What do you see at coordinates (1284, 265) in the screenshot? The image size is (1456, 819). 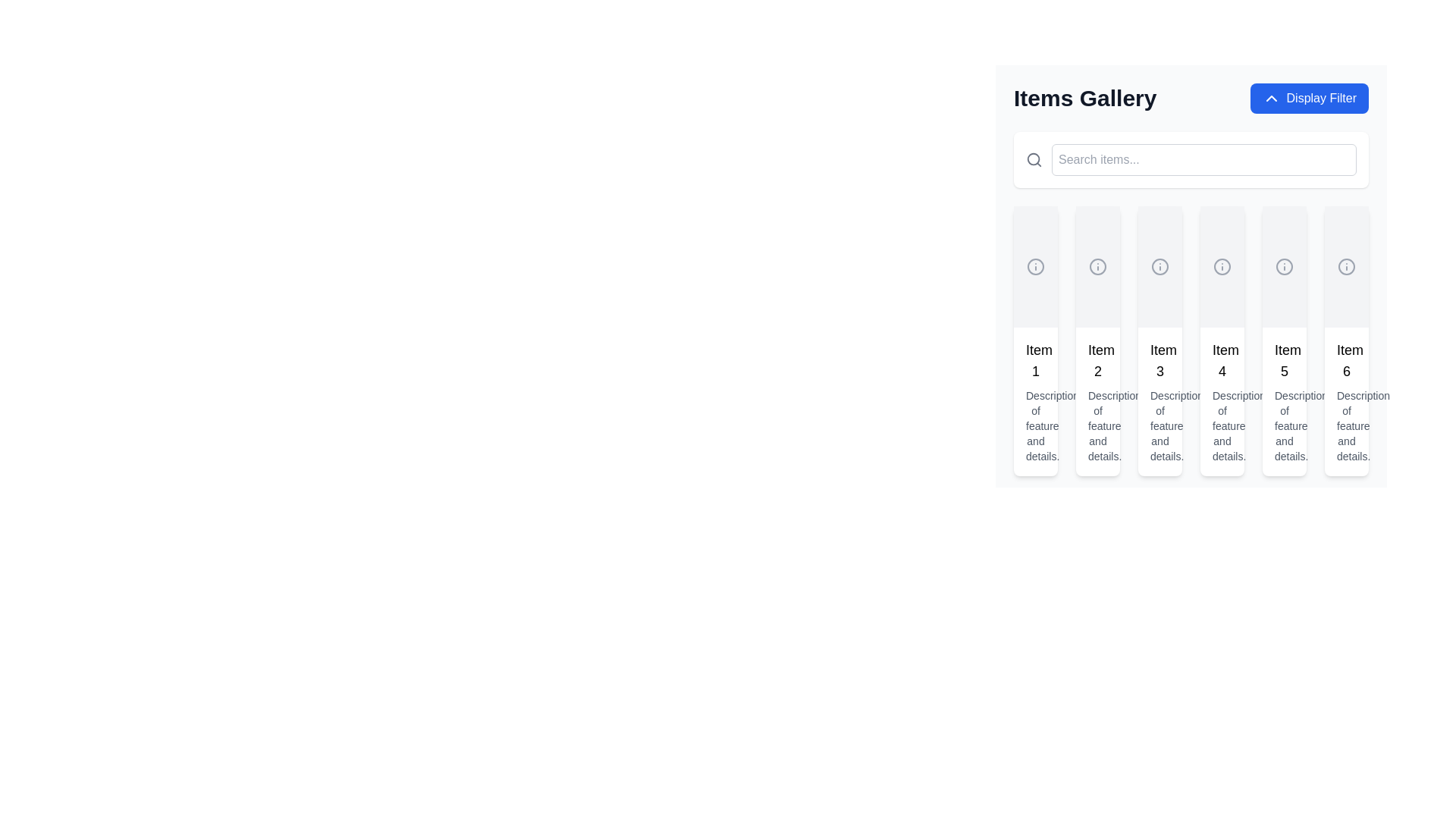 I see `the informational icon located on the top part of the card labeled 'Item 5' in the gallery` at bounding box center [1284, 265].